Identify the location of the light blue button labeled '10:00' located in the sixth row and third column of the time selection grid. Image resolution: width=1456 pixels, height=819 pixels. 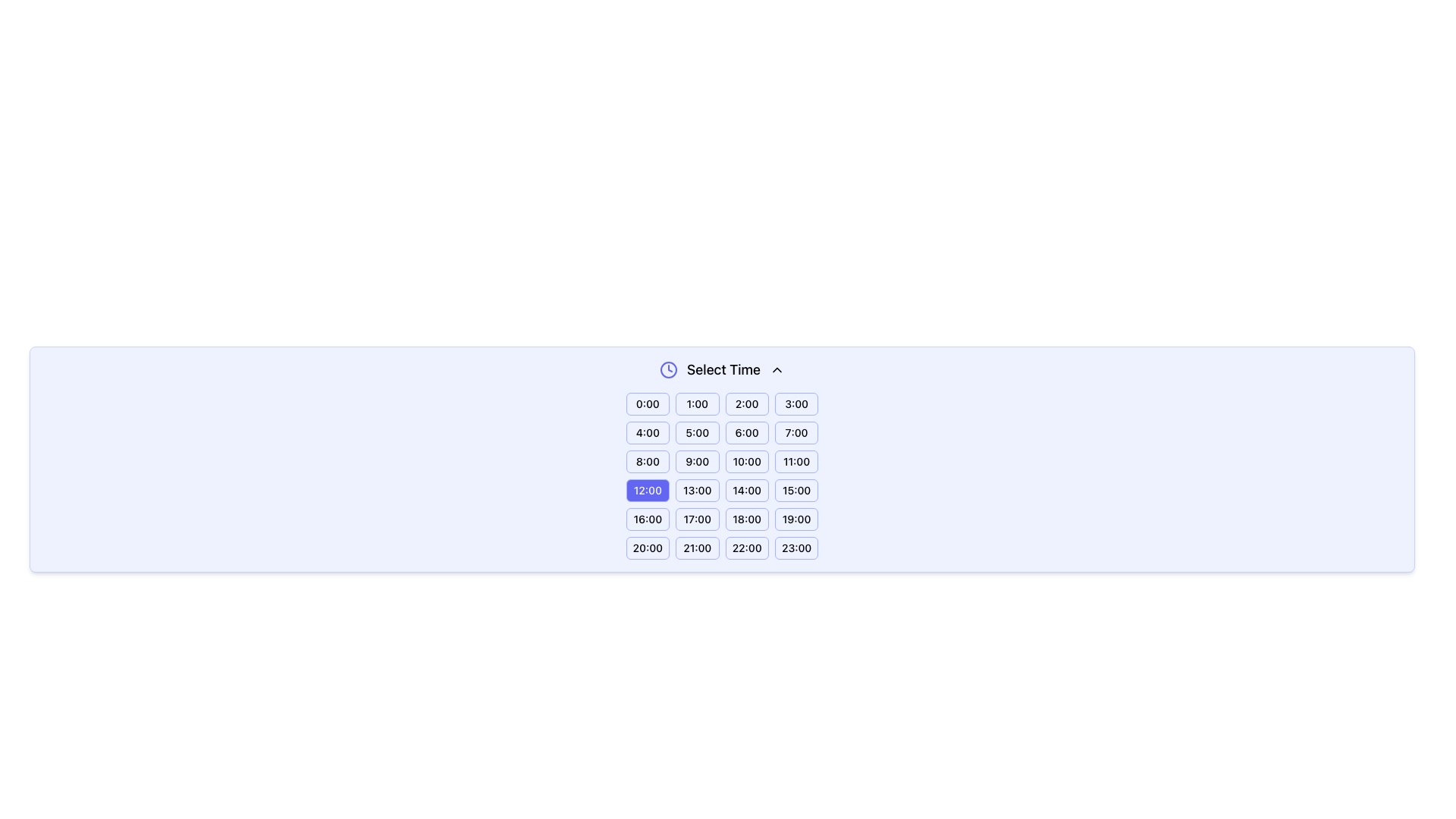
(747, 461).